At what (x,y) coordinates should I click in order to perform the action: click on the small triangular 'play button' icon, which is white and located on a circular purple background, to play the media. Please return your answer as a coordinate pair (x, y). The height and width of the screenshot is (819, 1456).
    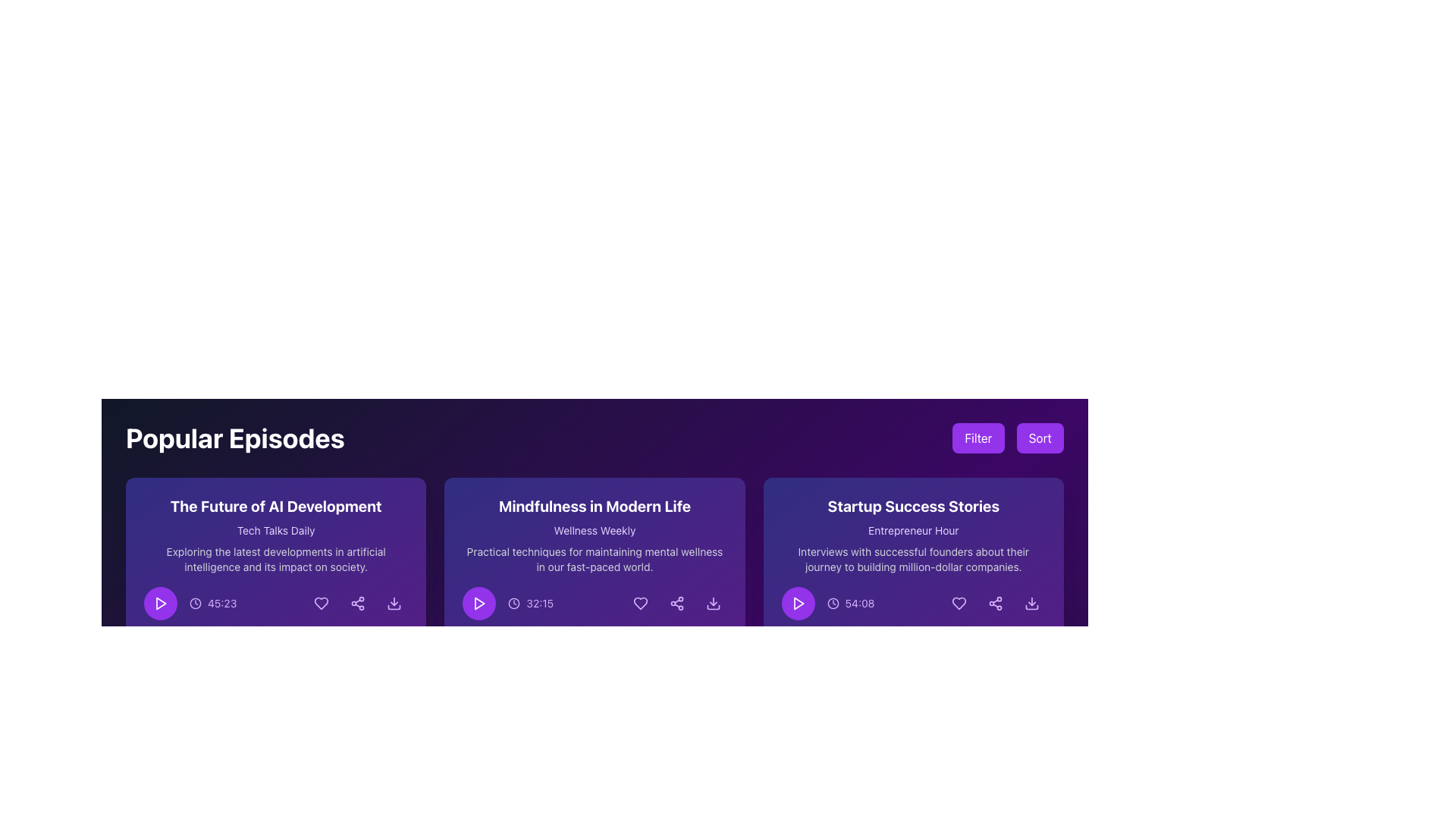
    Looking at the image, I should click on (479, 602).